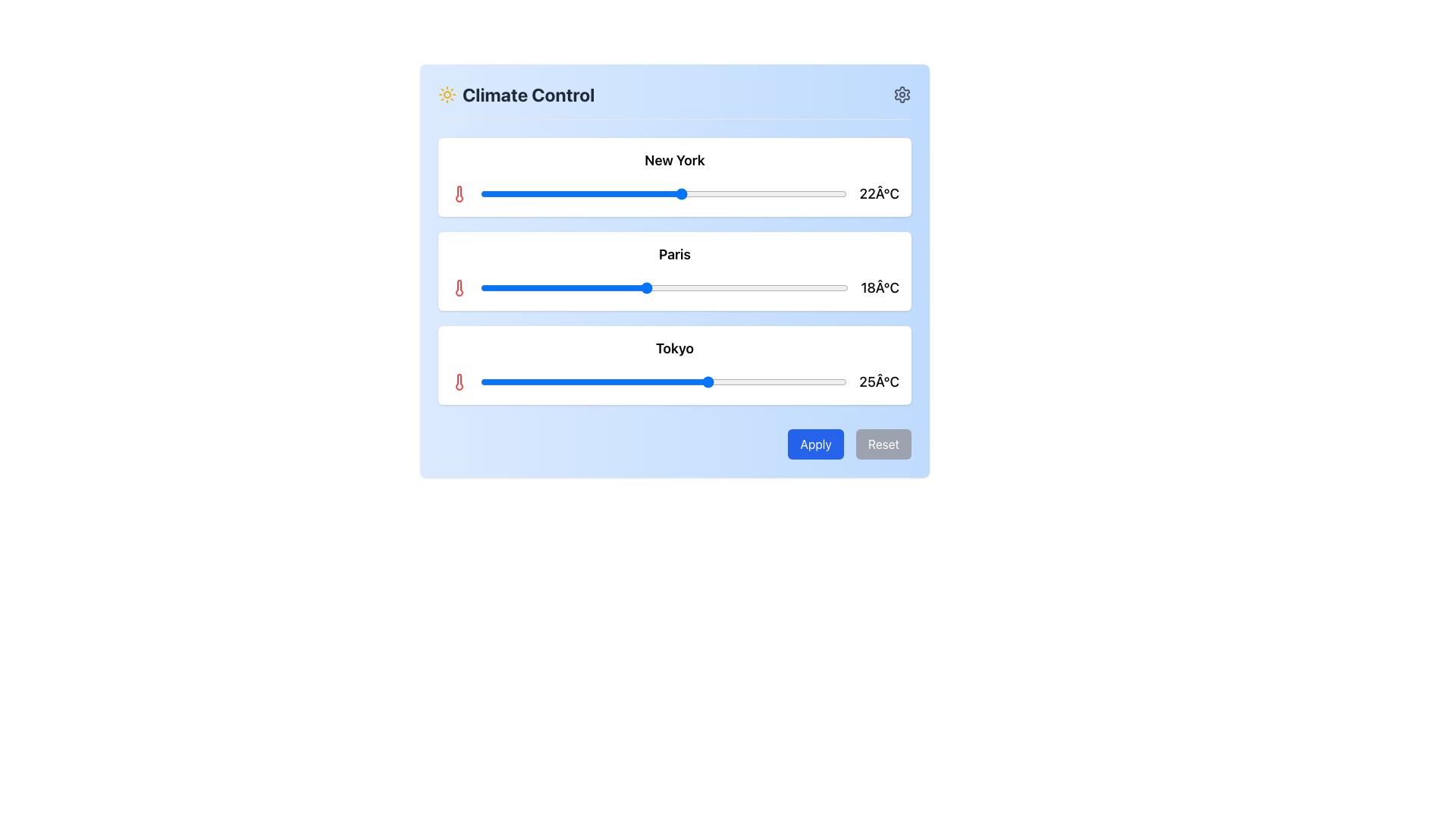 The width and height of the screenshot is (1456, 819). I want to click on the temperature value, so click(618, 193).